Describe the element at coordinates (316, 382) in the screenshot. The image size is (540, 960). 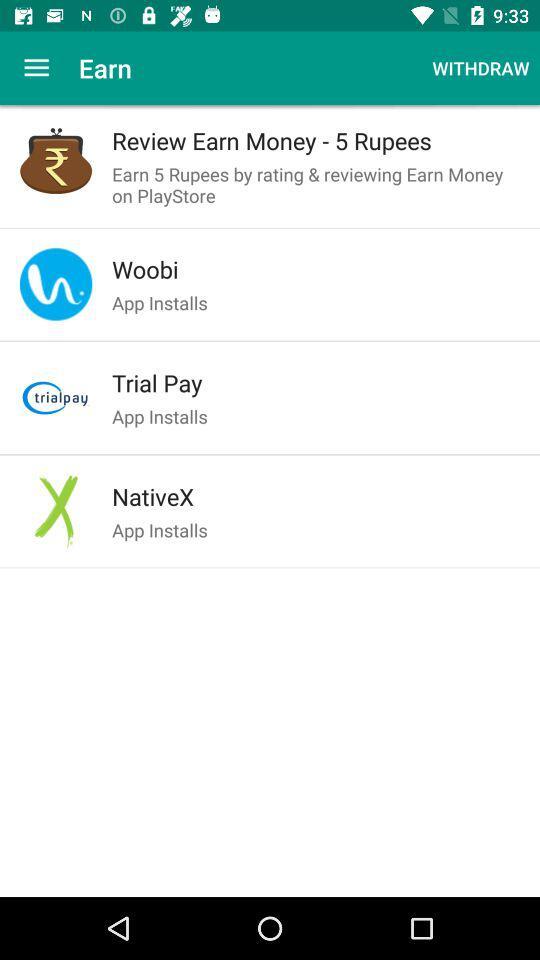
I see `the trial pay icon` at that location.